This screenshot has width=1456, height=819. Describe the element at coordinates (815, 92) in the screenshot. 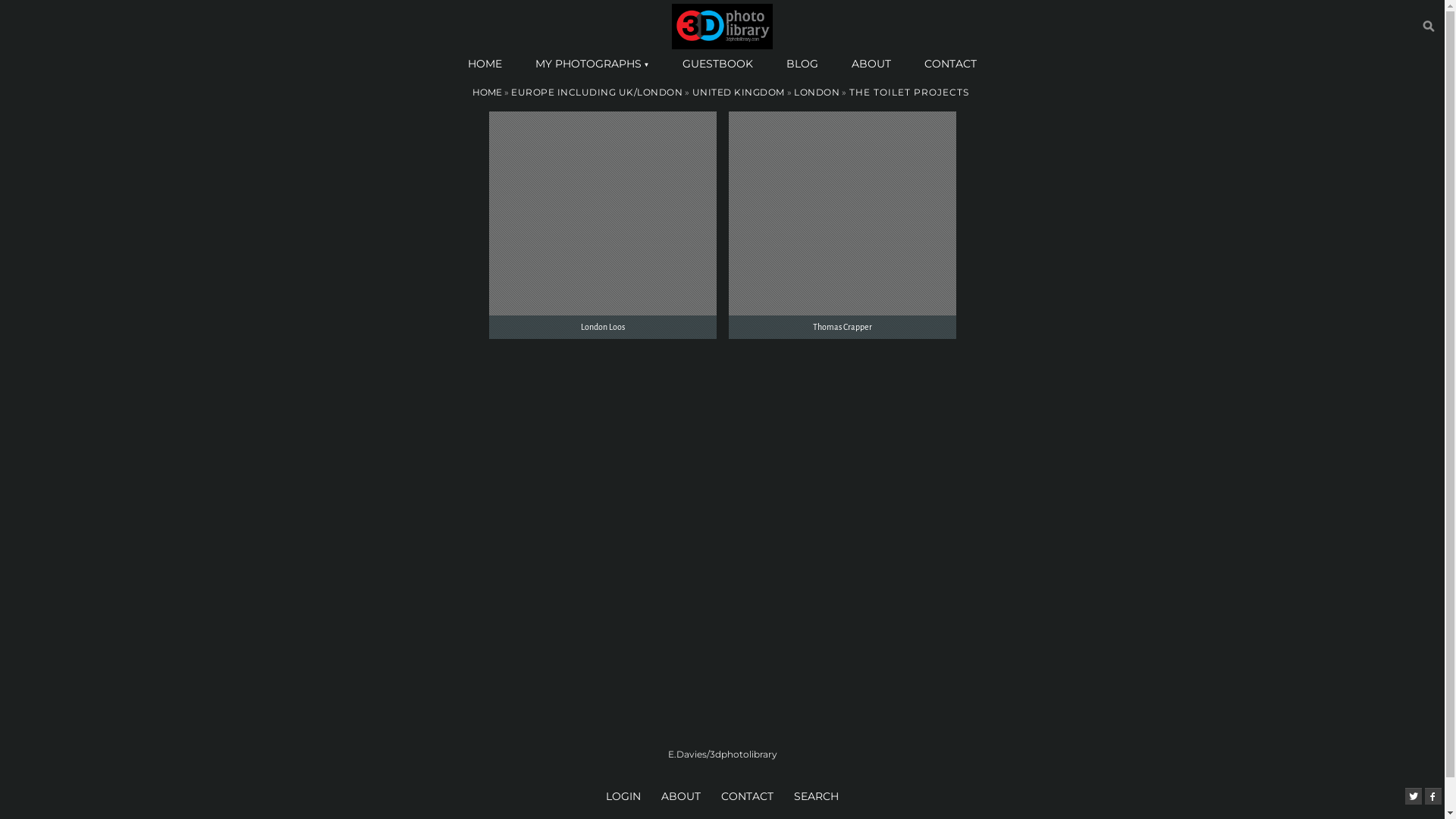

I see `'LONDON'` at that location.